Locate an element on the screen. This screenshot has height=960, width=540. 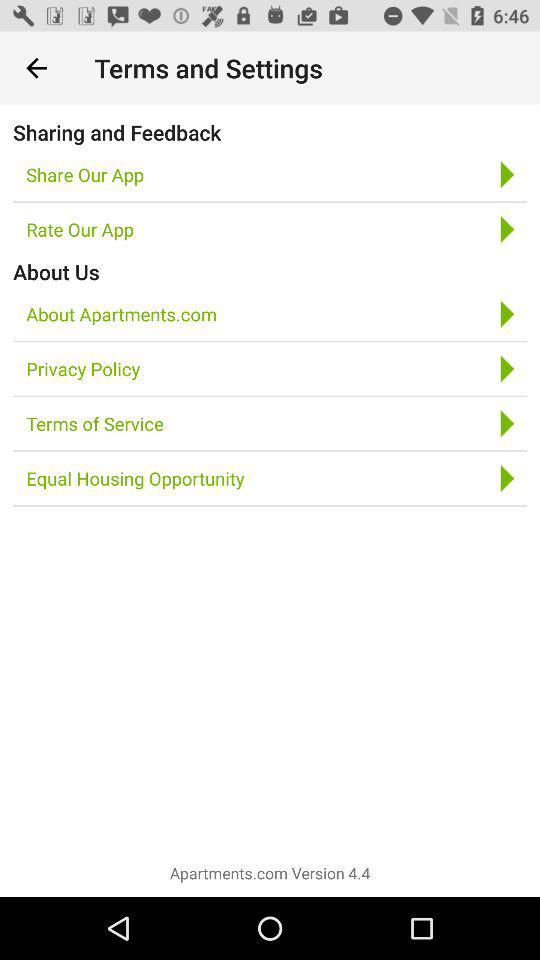
sharing and feedback is located at coordinates (117, 131).